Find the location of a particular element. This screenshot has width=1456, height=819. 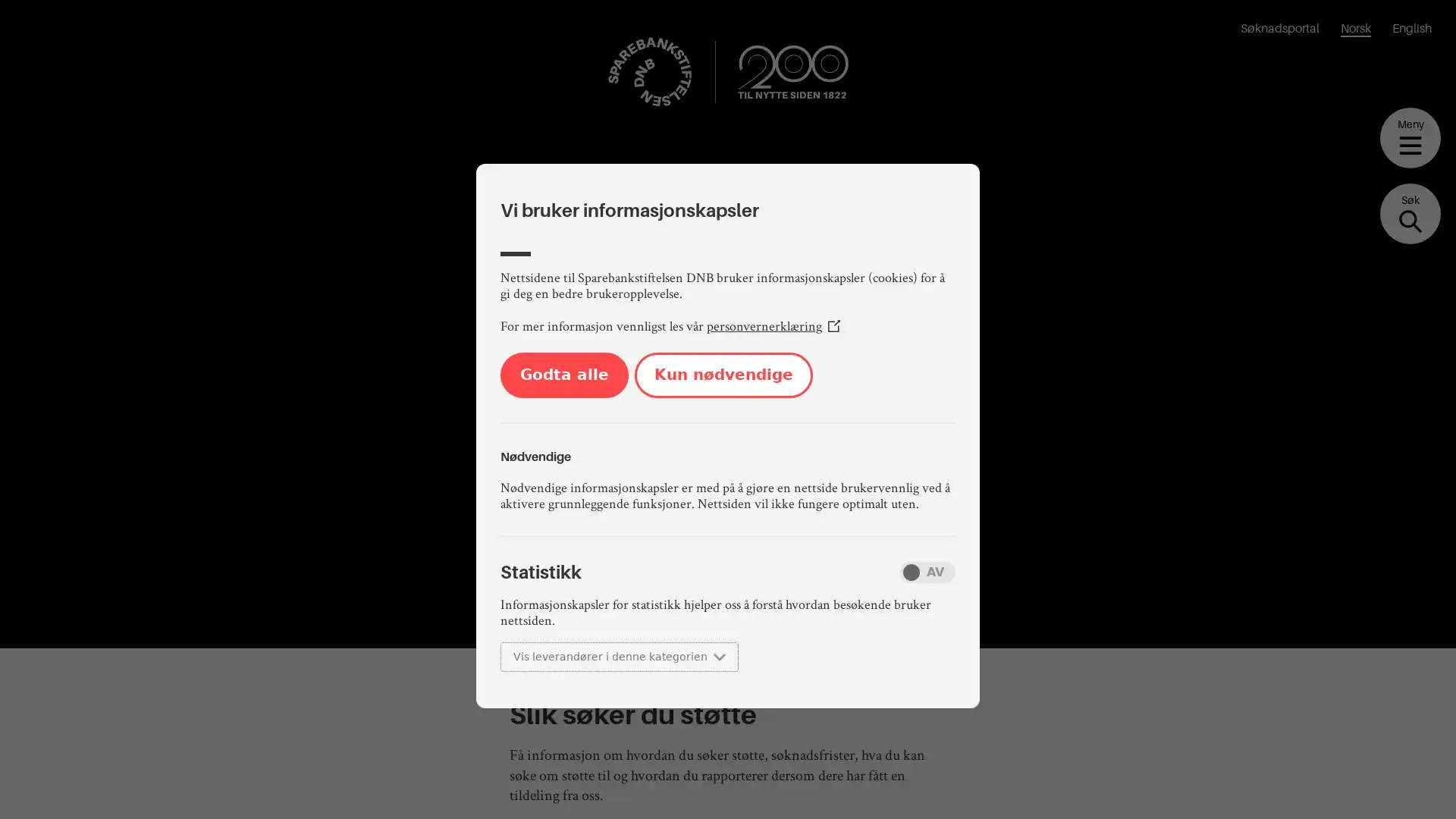

Meny Meny is located at coordinates (1410, 137).